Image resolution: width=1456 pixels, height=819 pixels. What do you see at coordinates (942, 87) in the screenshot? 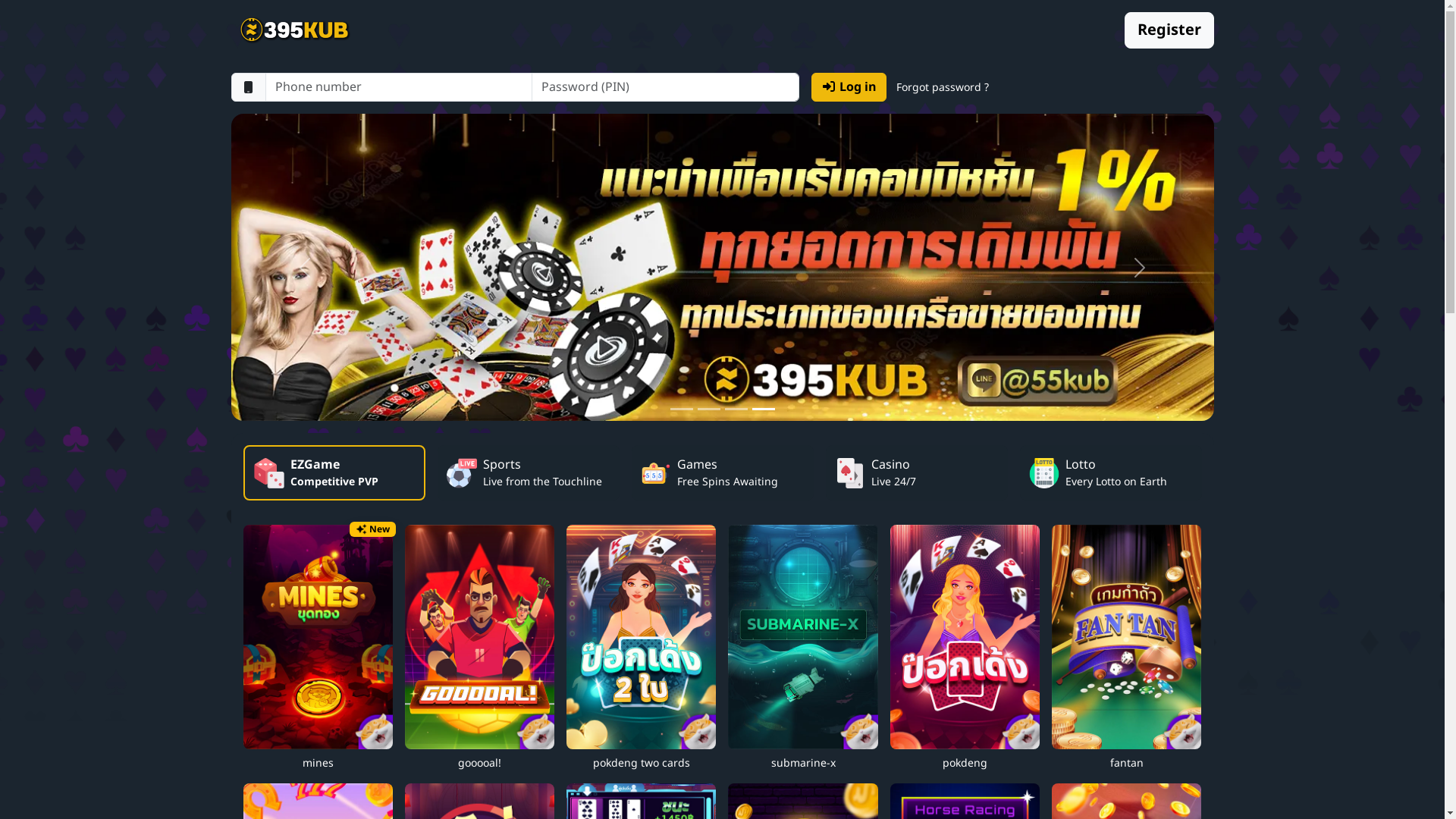
I see `'Forgot password ?'` at bounding box center [942, 87].